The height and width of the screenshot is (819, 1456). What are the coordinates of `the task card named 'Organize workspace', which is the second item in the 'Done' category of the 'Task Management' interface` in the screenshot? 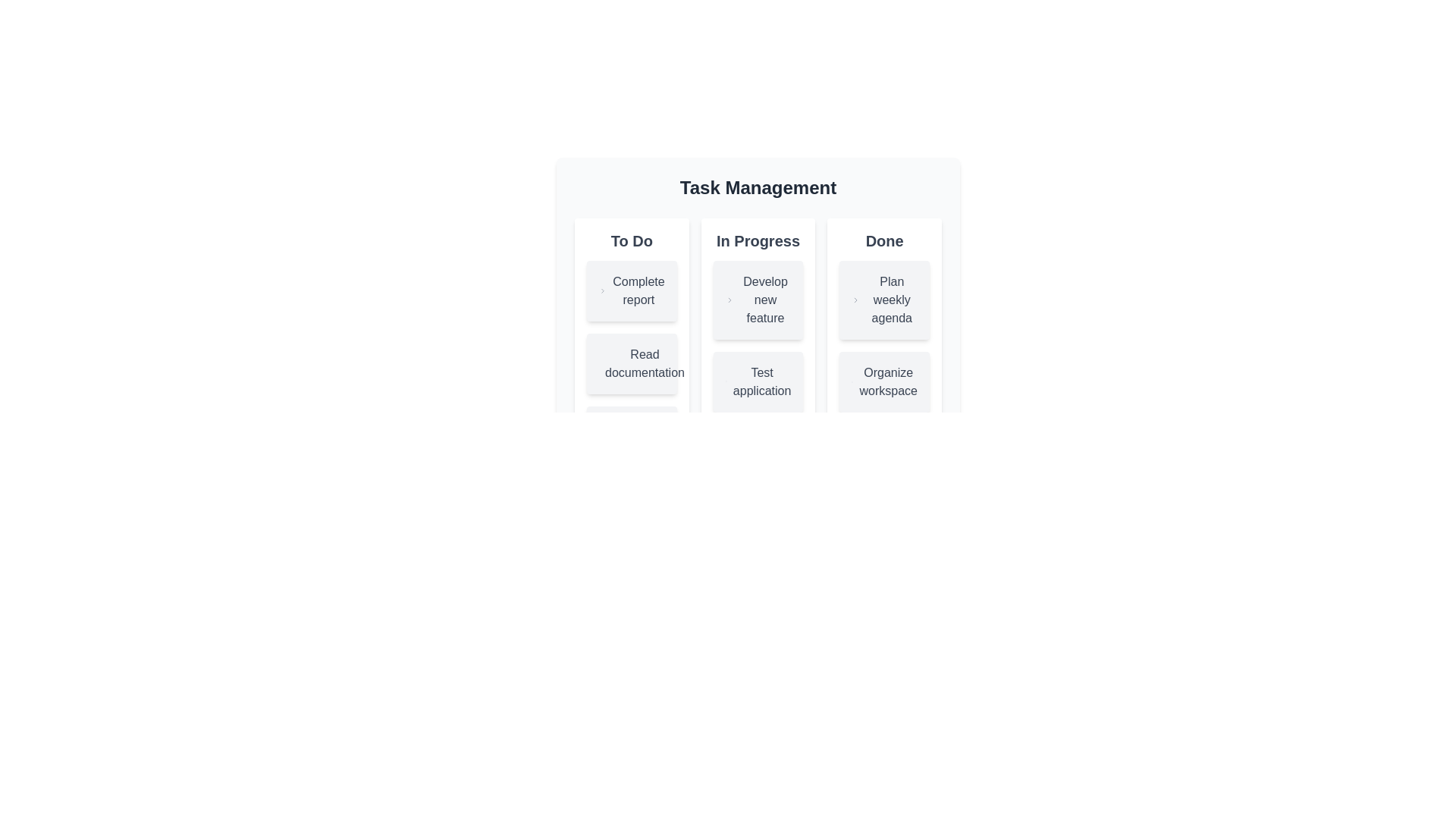 It's located at (884, 381).